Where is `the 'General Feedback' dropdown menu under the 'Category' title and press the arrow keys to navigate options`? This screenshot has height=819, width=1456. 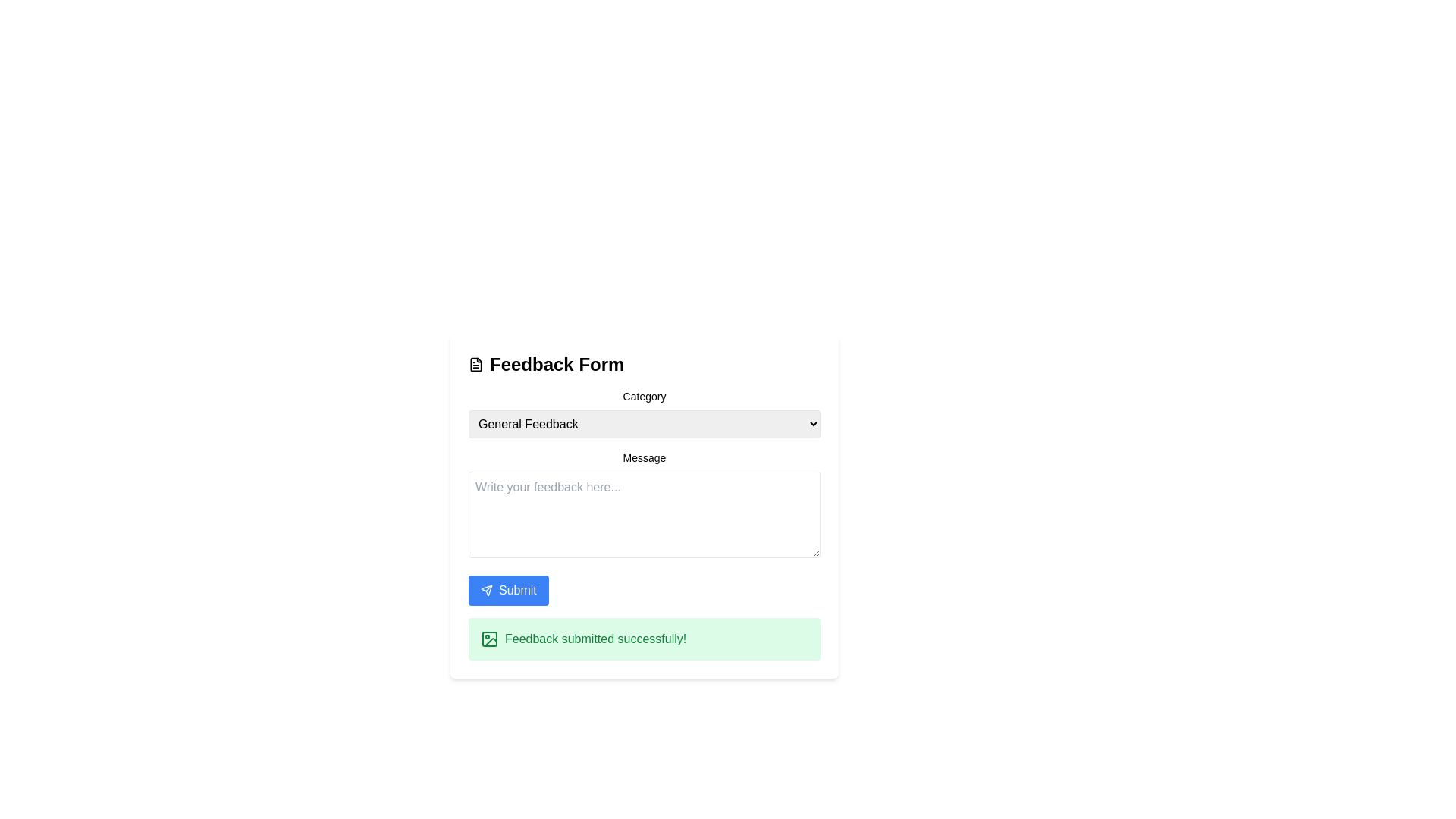
the 'General Feedback' dropdown menu under the 'Category' title and press the arrow keys to navigate options is located at coordinates (644, 413).